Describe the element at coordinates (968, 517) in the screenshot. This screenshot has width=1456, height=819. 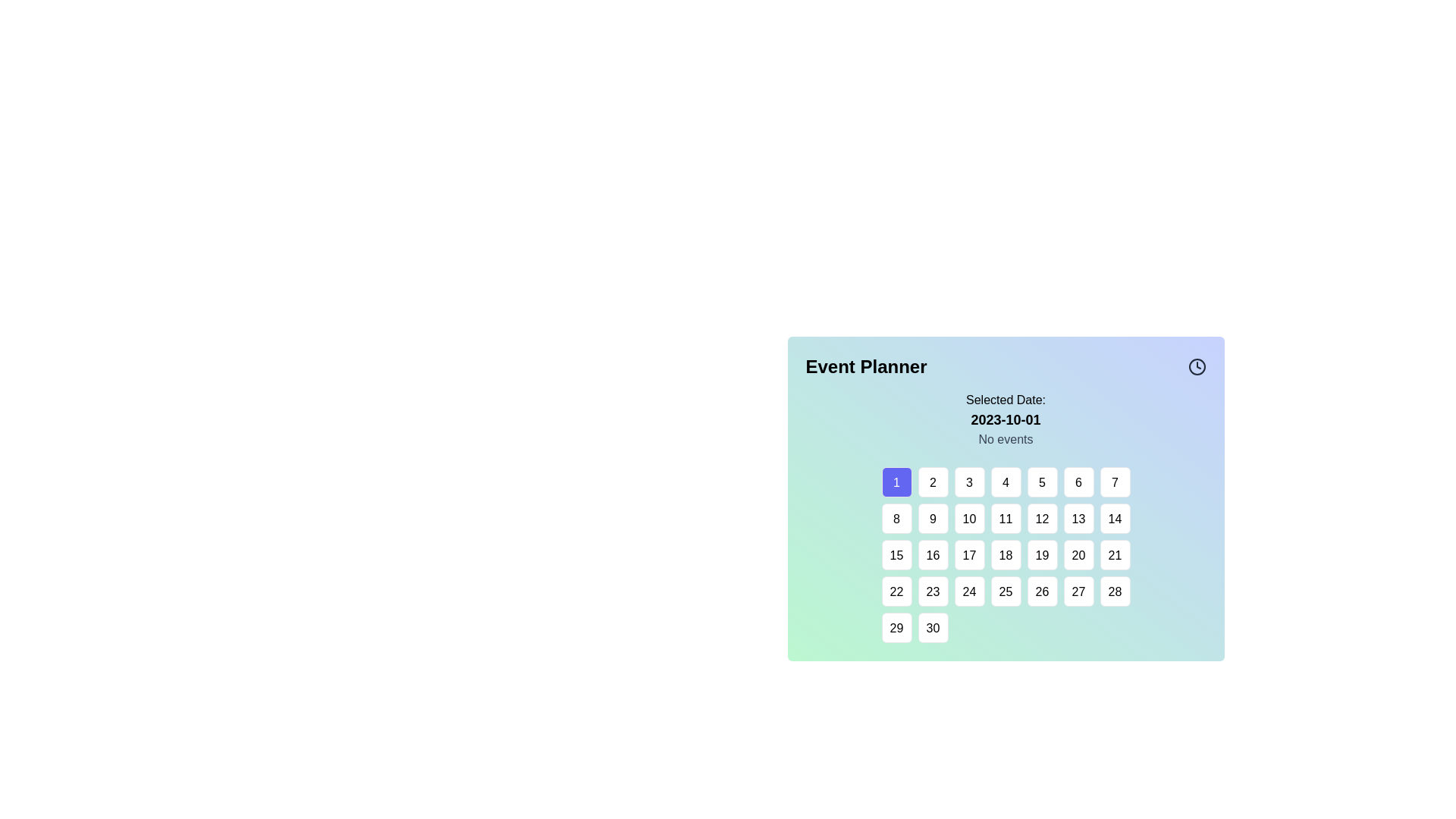
I see `the rounded button labeled '10' in the calendar grid` at that location.